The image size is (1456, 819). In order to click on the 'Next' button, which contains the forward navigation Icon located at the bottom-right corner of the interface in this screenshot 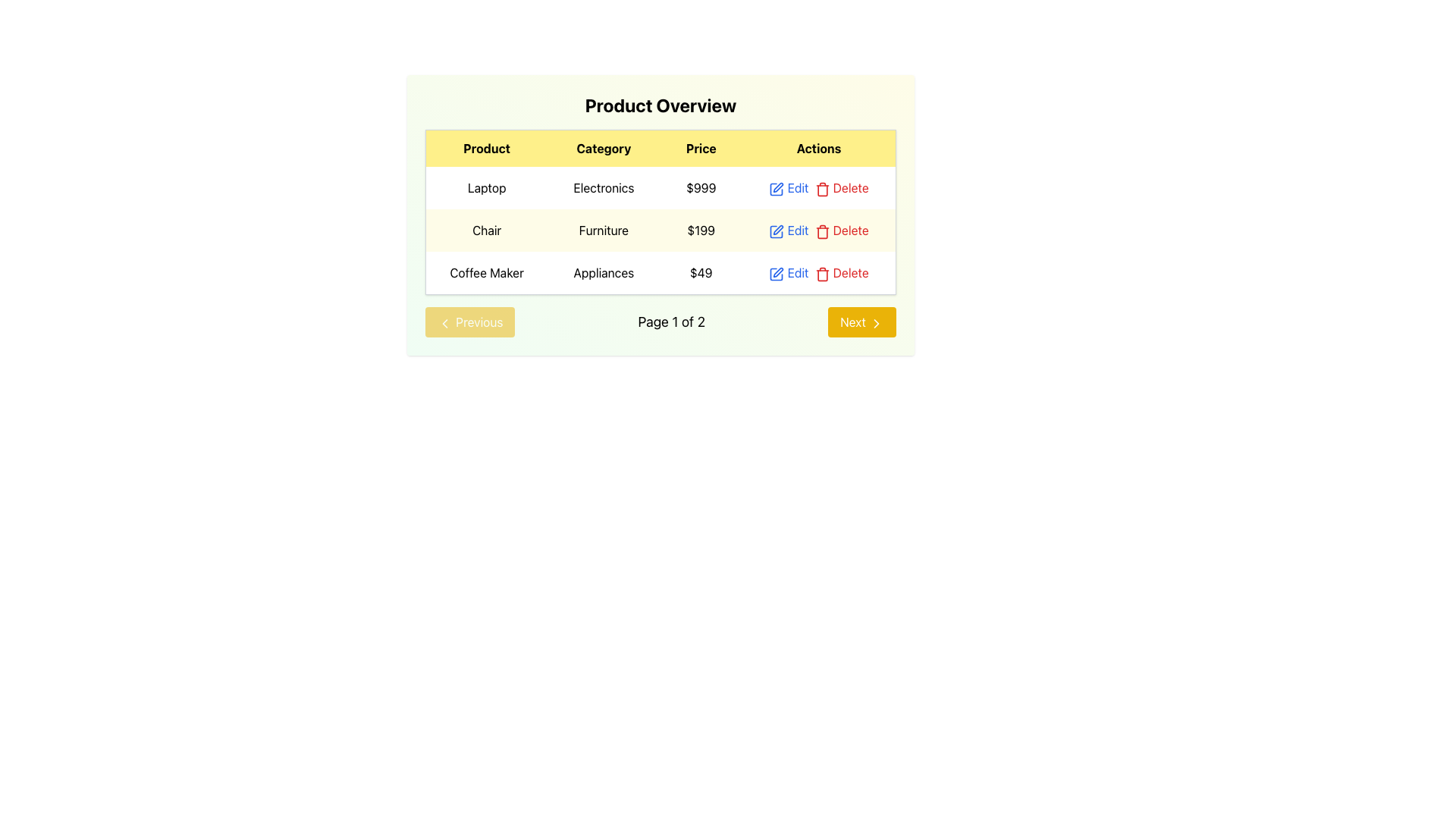, I will do `click(877, 322)`.